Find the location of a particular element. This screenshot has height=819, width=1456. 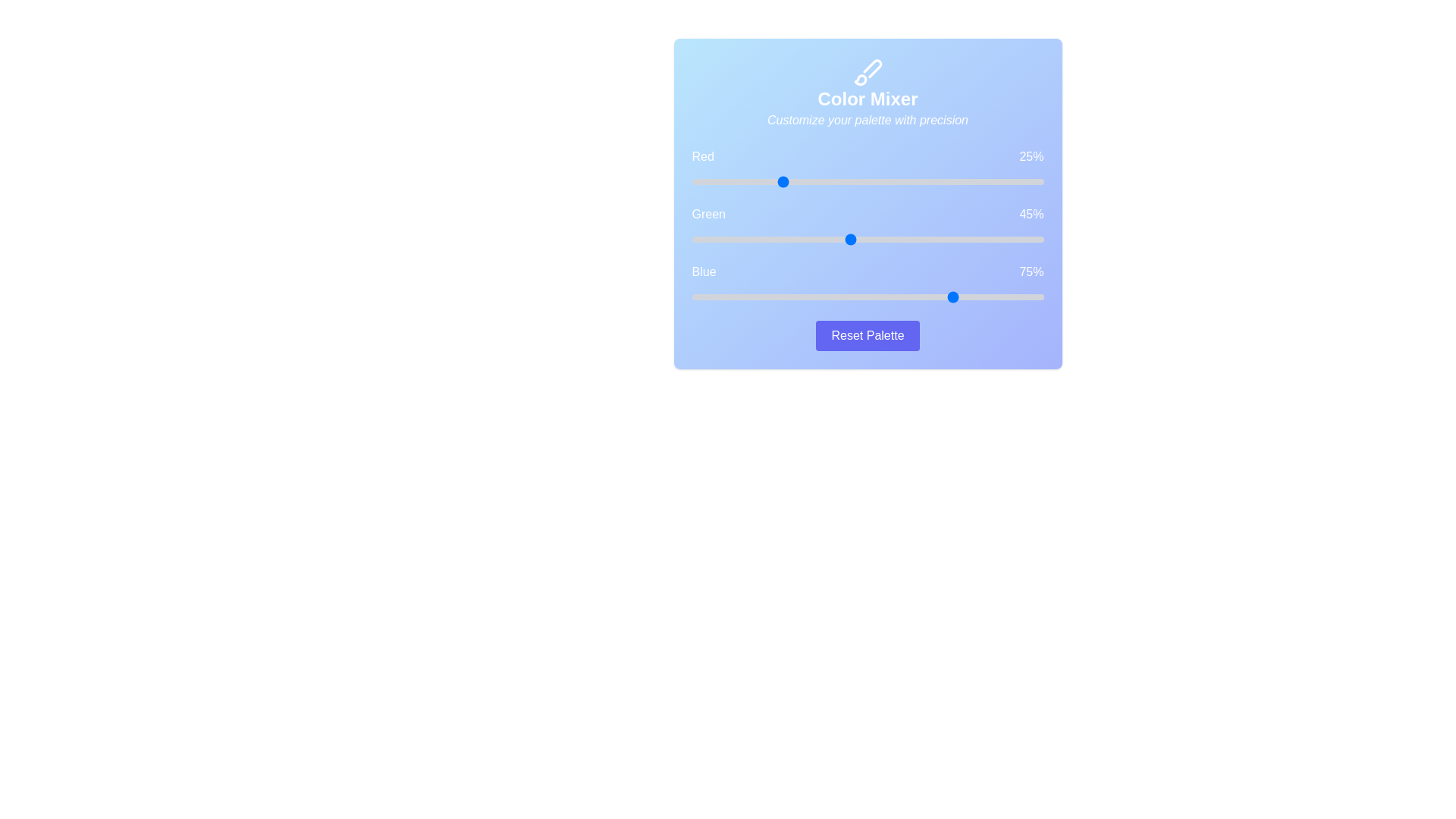

the 'Reset Palette' button to reset the colors to their default values is located at coordinates (868, 335).